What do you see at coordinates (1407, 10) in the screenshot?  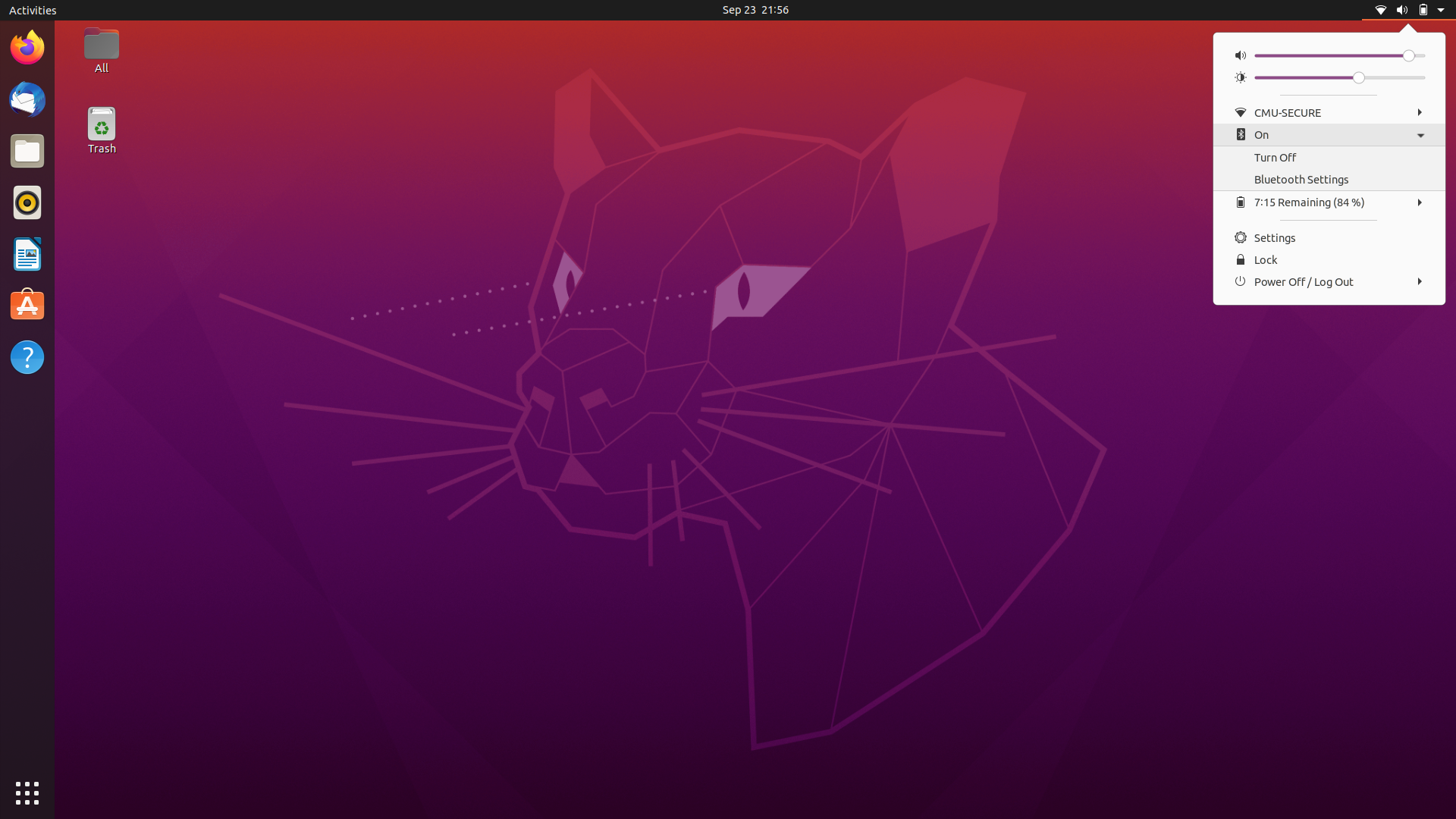 I see `Collapse Menu` at bounding box center [1407, 10].